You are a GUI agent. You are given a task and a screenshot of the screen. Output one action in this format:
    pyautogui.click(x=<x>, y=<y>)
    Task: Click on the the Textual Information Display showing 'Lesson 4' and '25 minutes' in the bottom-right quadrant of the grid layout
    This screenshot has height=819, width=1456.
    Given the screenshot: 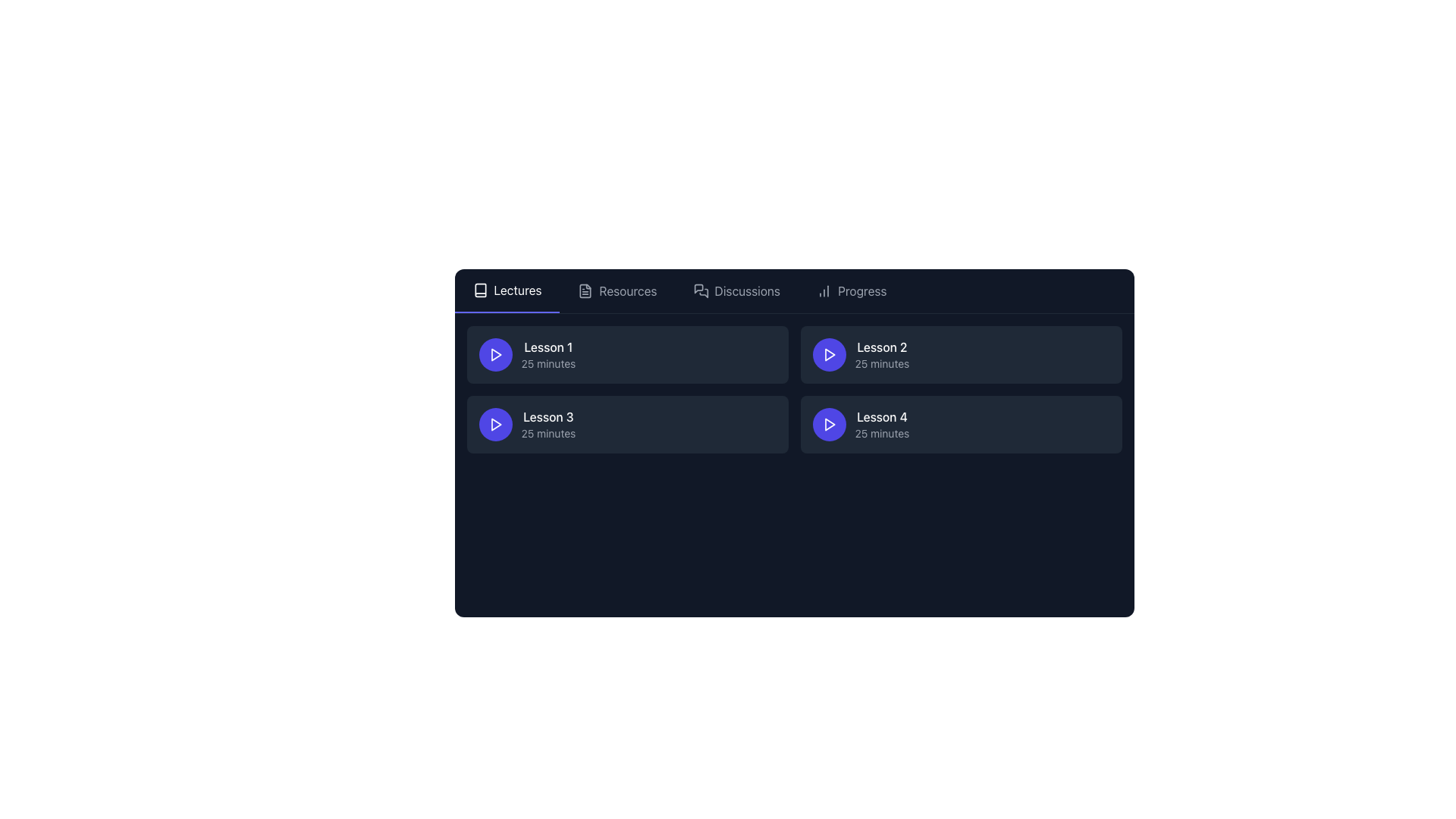 What is the action you would take?
    pyautogui.click(x=882, y=424)
    